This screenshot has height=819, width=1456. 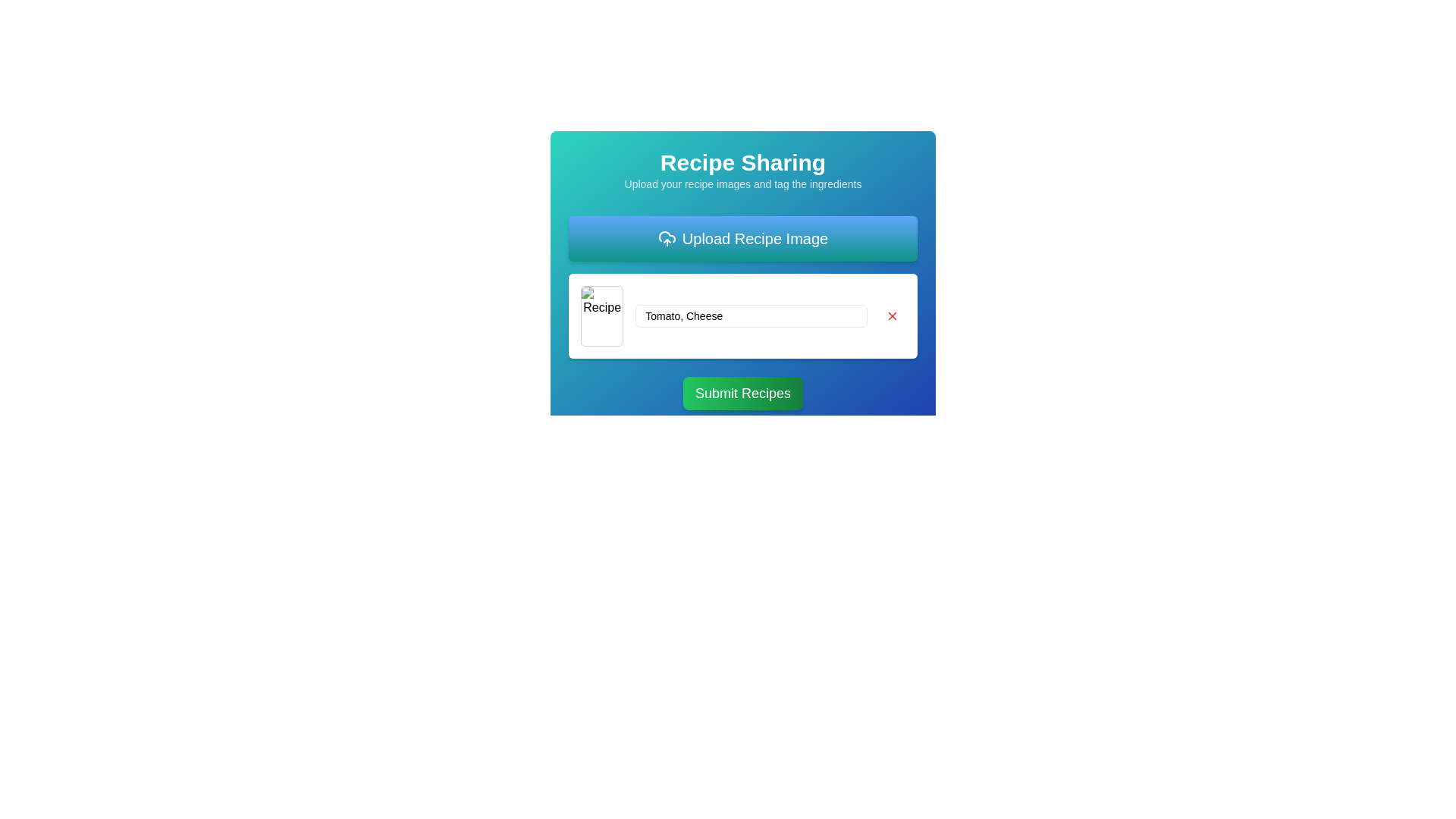 What do you see at coordinates (892, 315) in the screenshot?
I see `the clear icon located to the far right of the input field labeled 'Tomato, Cheese' to clear its contents` at bounding box center [892, 315].